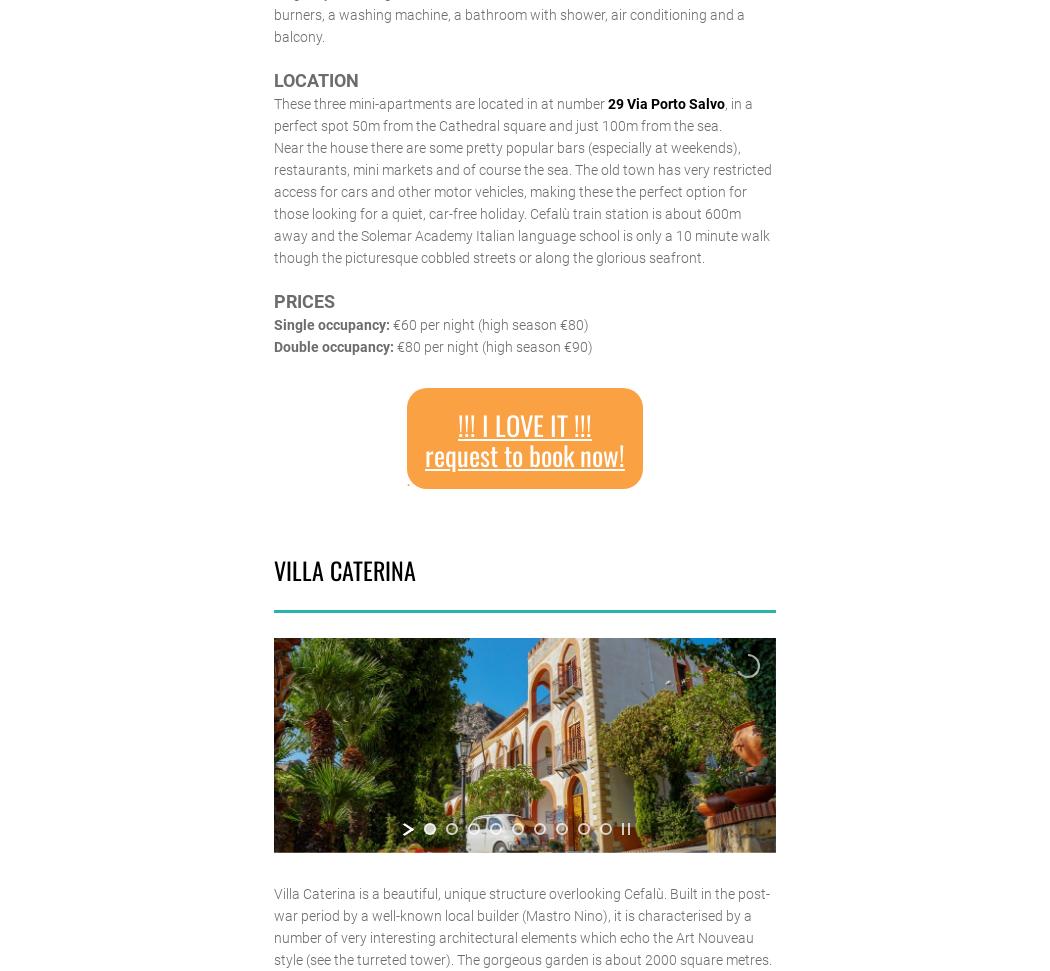 This screenshot has width=1050, height=971. I want to click on 'LOCATION', so click(315, 78).